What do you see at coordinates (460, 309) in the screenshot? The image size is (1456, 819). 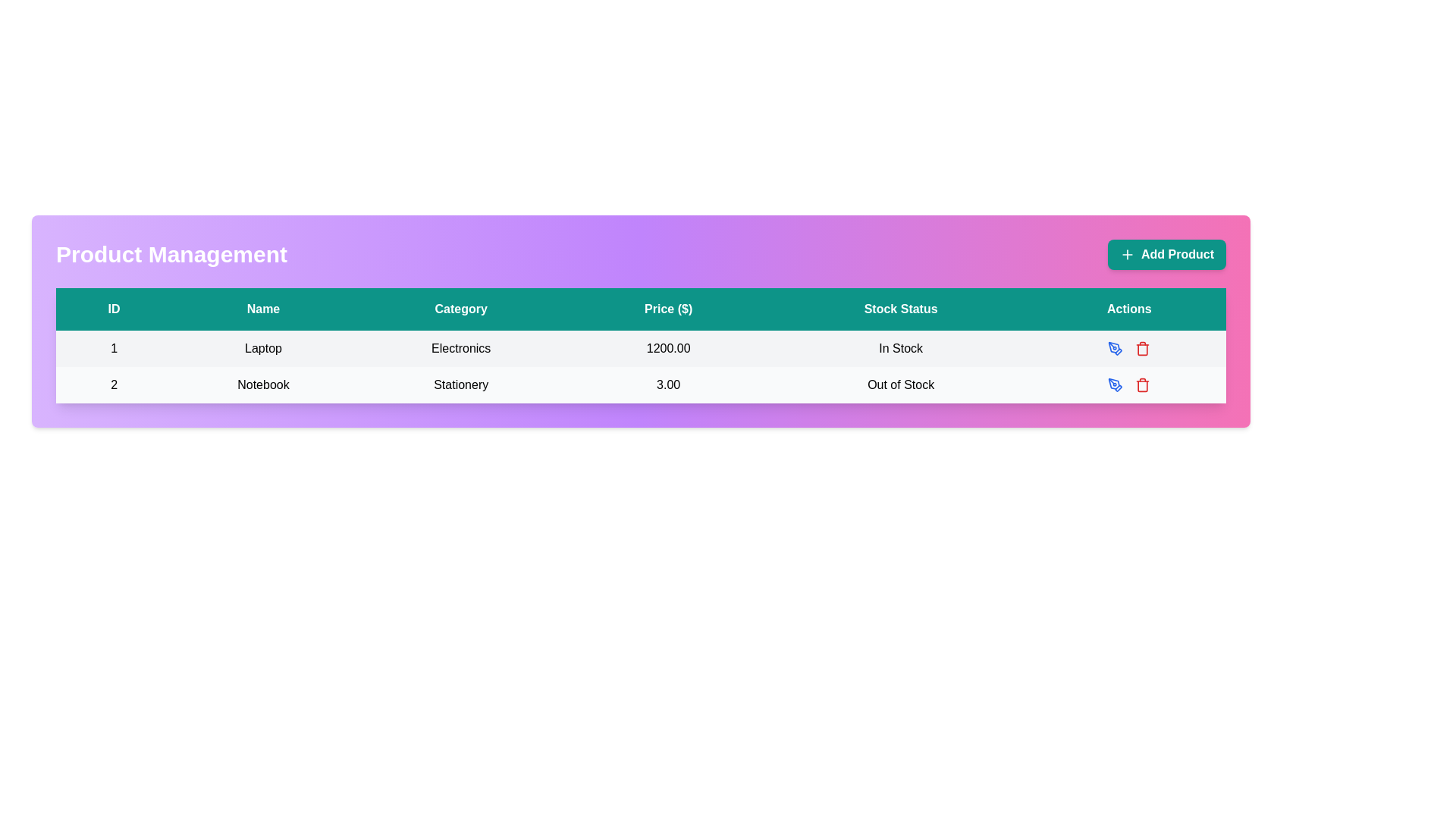 I see `text label of the Table Header Cell representing the 'Category' column, which is the third header in the row of six, located centrally between the 'Name' and 'Price ($)' columns` at bounding box center [460, 309].